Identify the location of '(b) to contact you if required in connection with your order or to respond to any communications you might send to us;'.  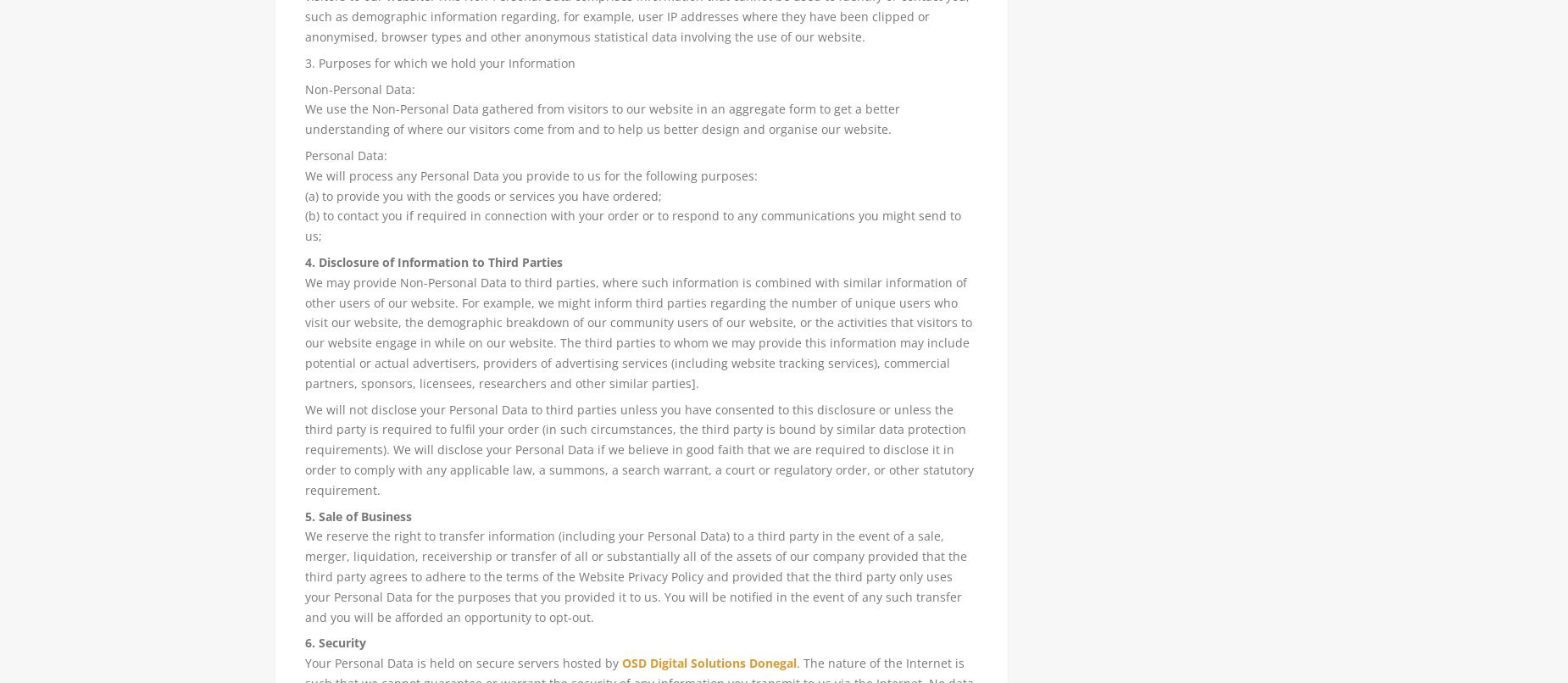
(631, 225).